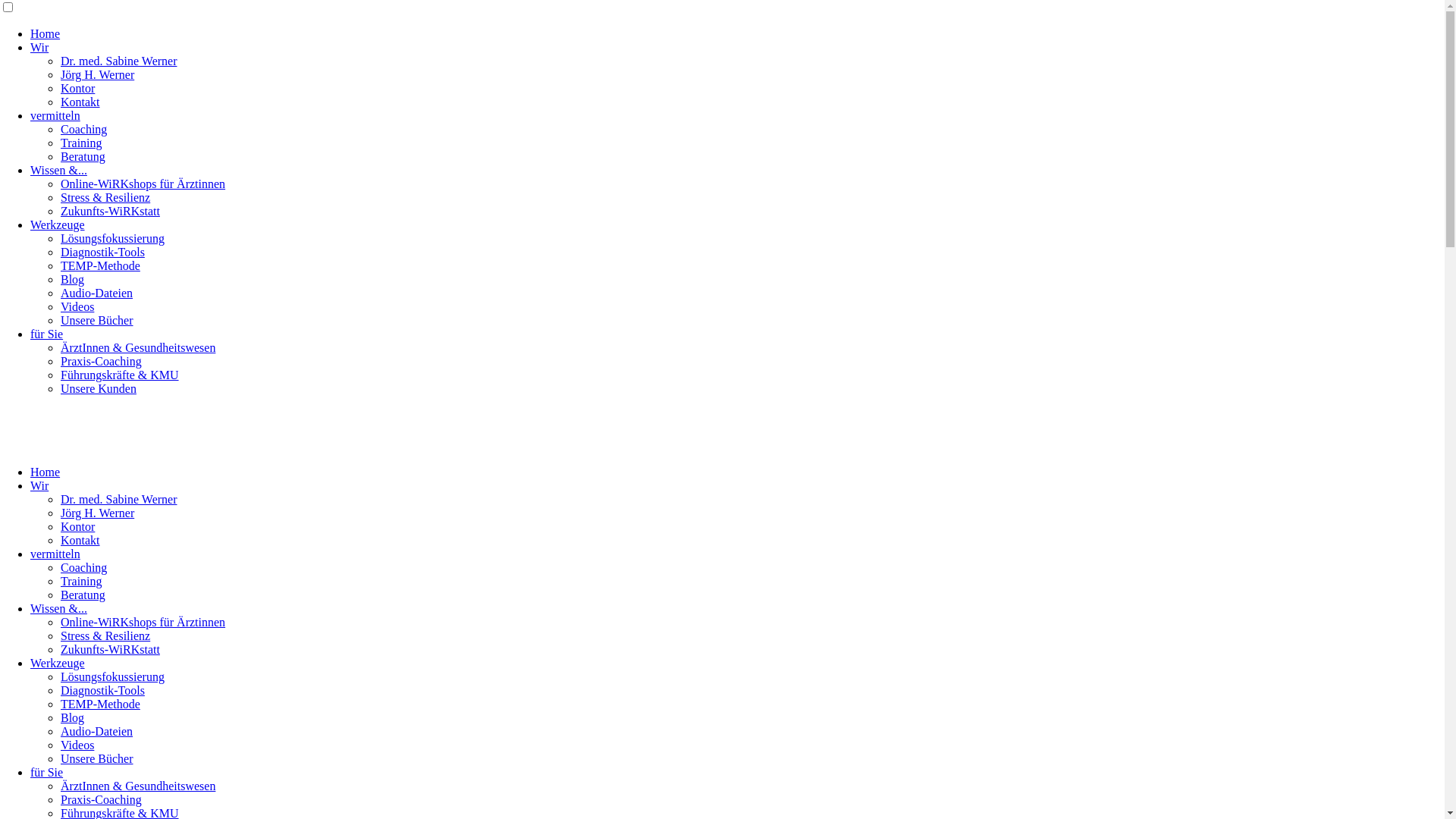 Image resolution: width=1456 pixels, height=819 pixels. What do you see at coordinates (61, 799) in the screenshot?
I see `'Praxis-Coaching'` at bounding box center [61, 799].